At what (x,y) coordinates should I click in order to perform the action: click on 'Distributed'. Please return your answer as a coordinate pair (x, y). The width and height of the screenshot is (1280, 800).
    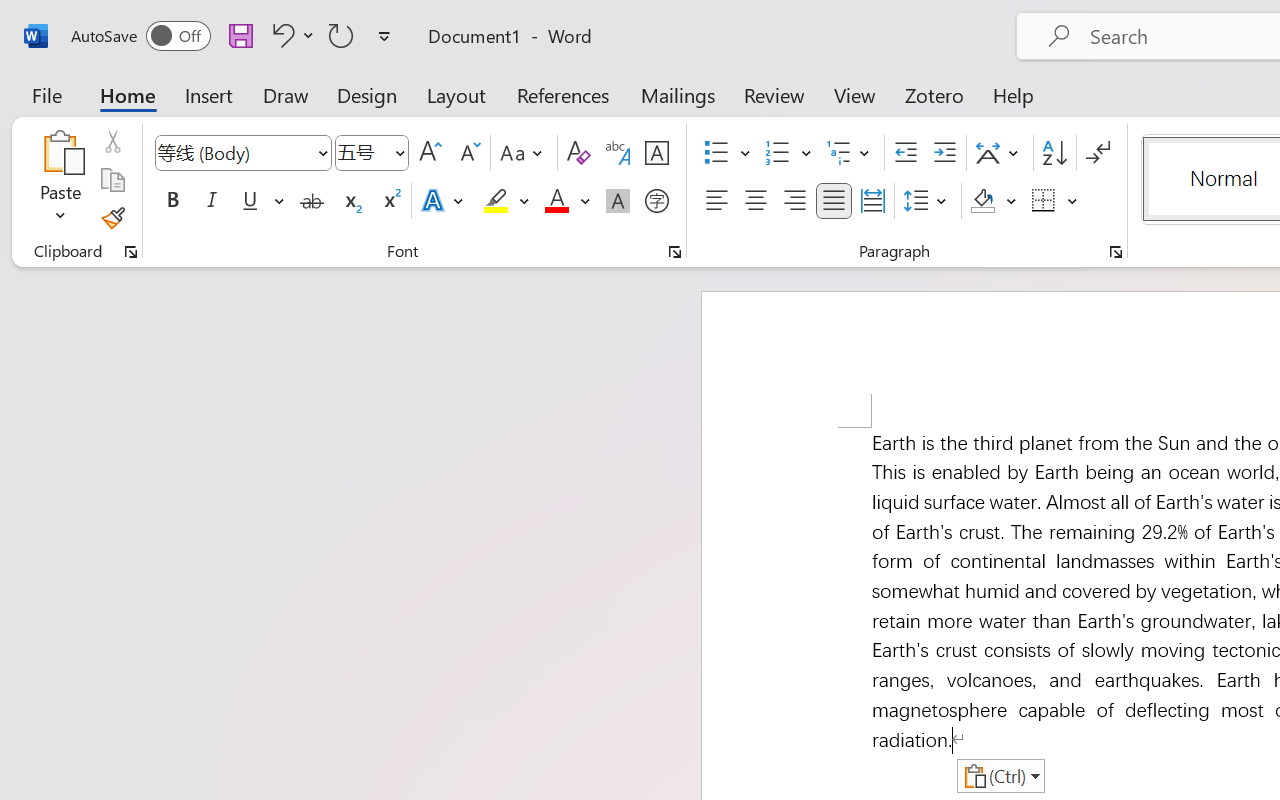
    Looking at the image, I should click on (872, 201).